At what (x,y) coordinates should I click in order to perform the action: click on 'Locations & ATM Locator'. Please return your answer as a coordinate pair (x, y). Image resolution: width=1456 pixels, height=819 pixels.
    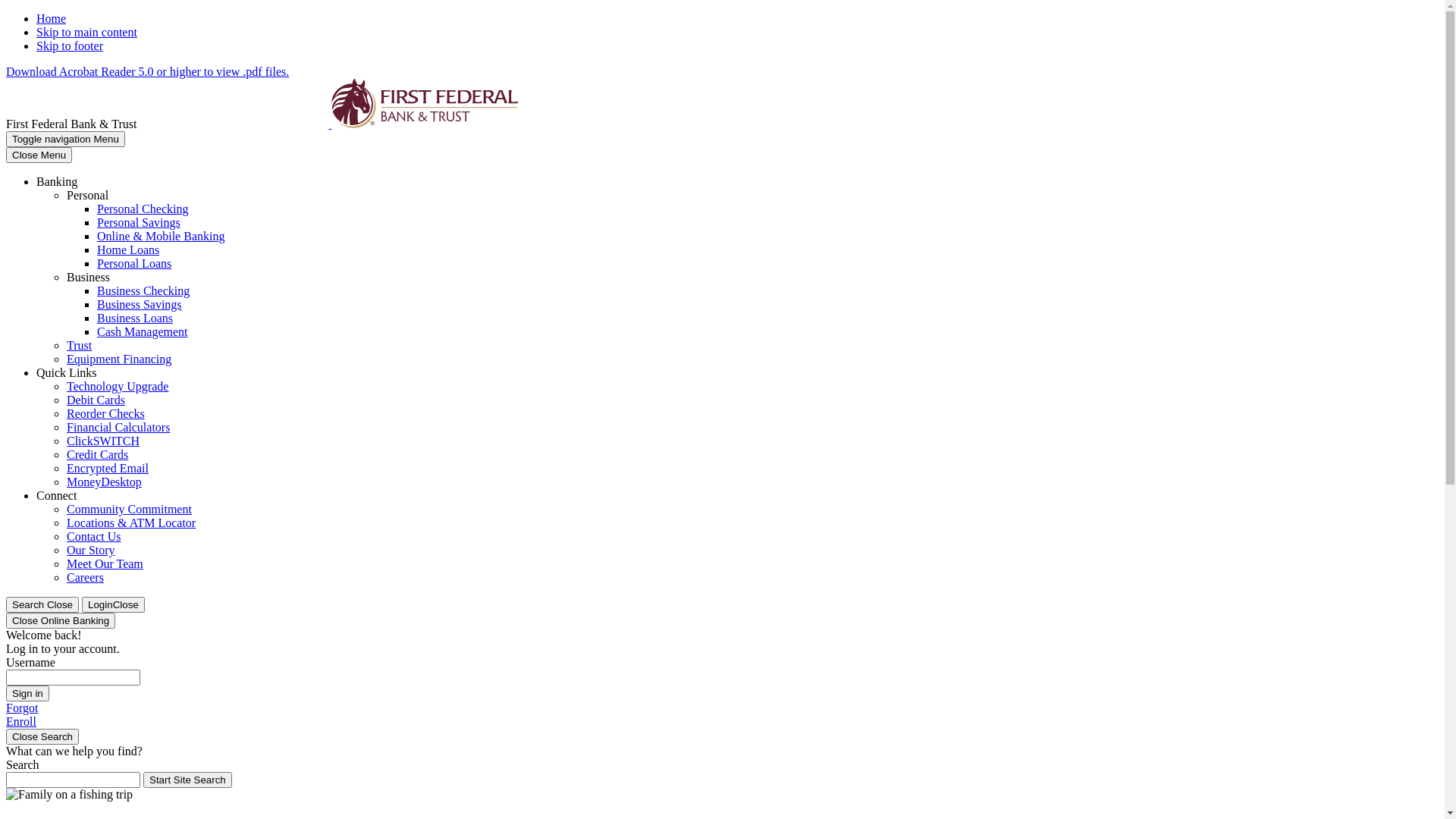
    Looking at the image, I should click on (65, 522).